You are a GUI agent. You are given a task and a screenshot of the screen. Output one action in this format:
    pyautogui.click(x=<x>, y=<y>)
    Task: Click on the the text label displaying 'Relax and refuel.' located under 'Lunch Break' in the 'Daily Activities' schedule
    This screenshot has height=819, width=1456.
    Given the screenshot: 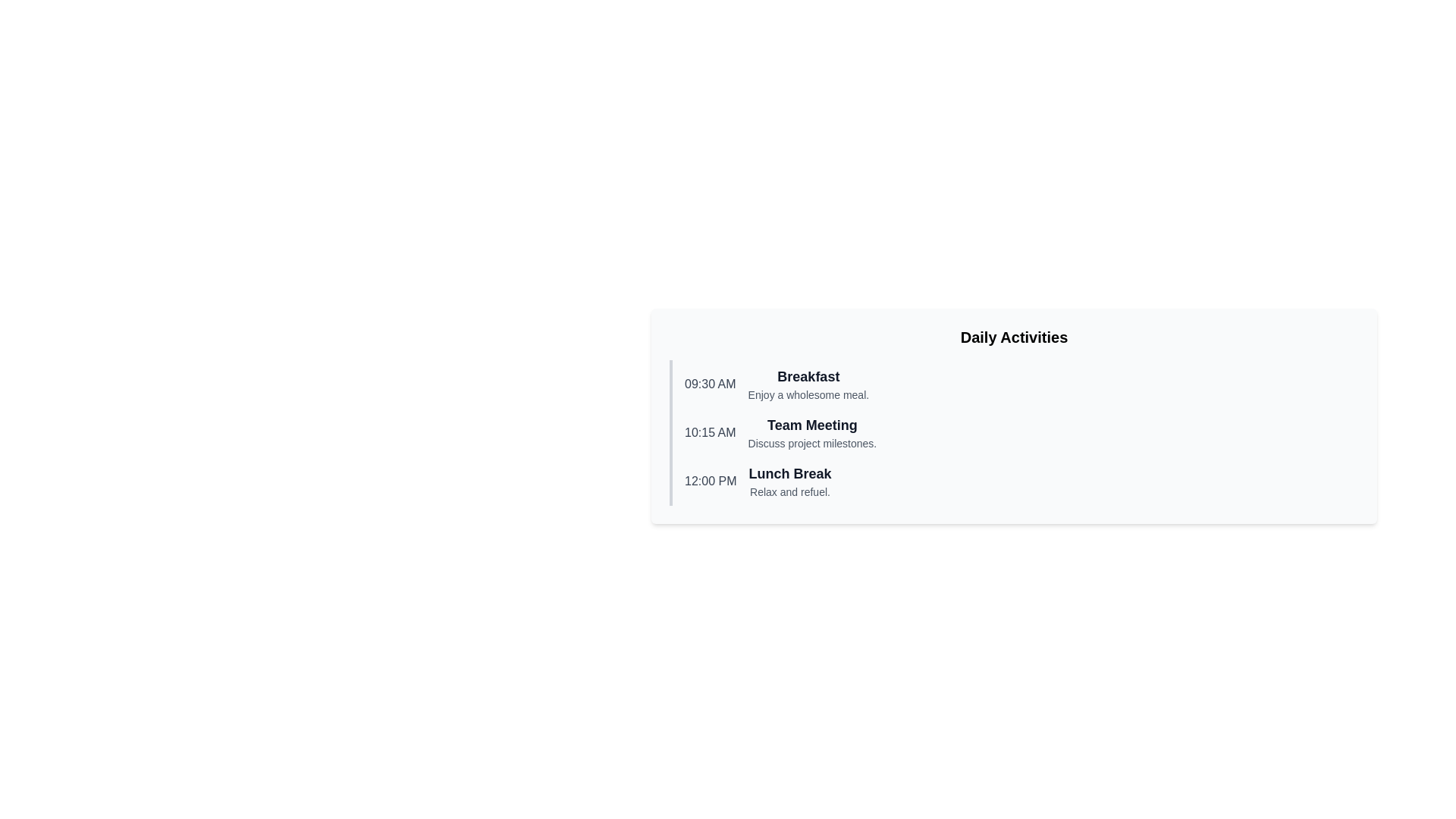 What is the action you would take?
    pyautogui.click(x=789, y=491)
    